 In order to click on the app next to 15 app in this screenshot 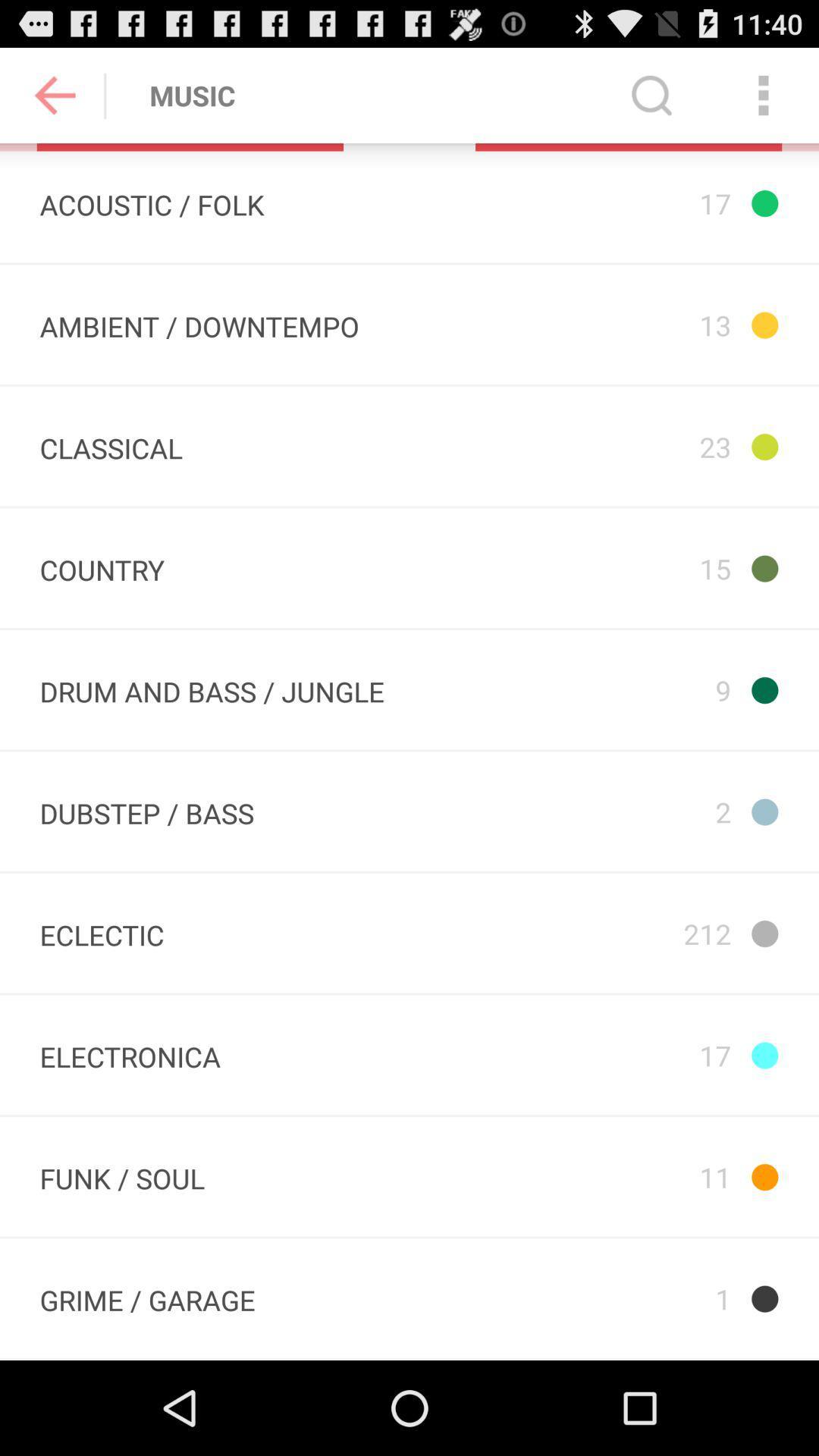, I will do `click(212, 689)`.